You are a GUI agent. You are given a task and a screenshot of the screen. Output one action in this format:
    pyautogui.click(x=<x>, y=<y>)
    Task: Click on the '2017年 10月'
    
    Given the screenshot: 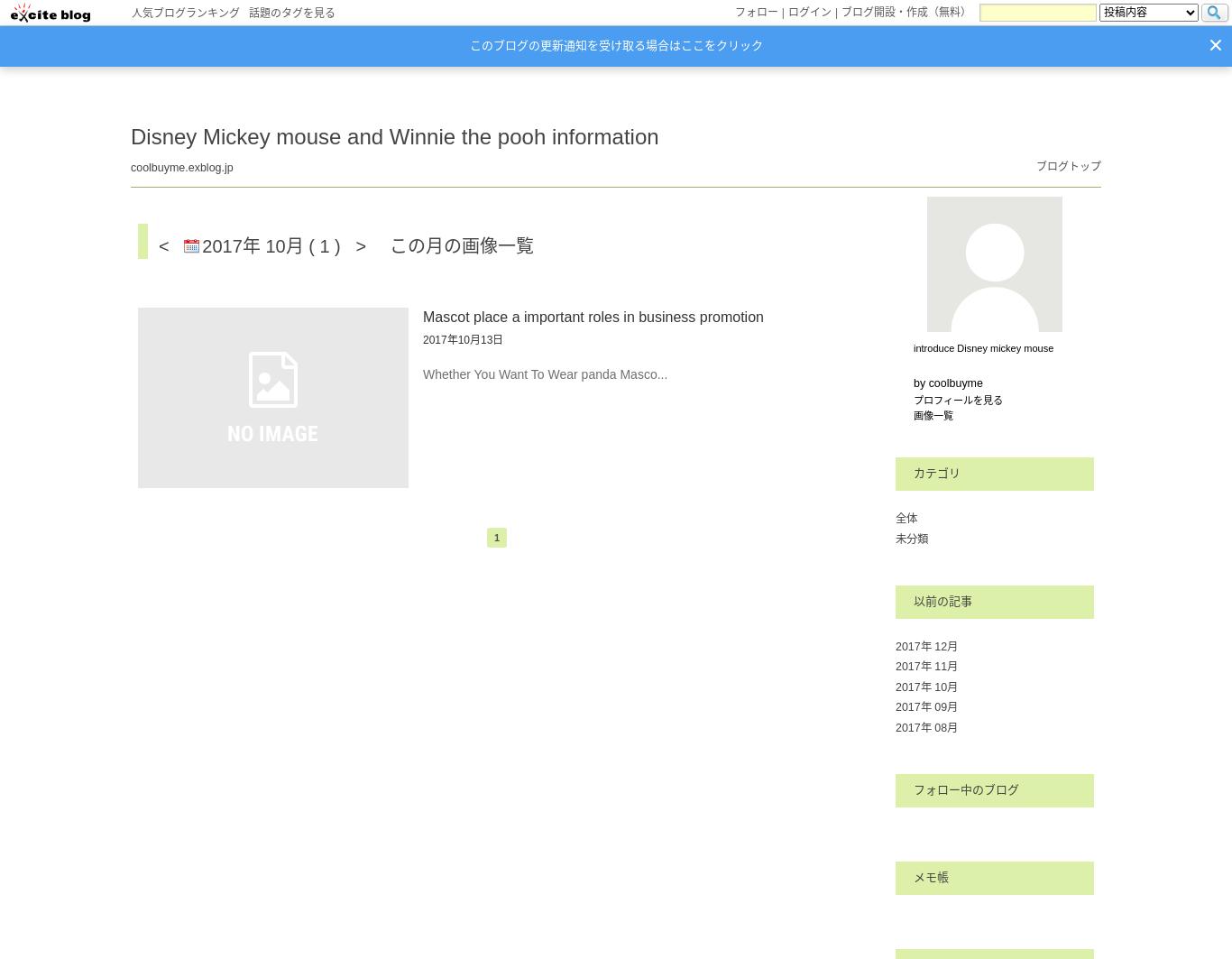 What is the action you would take?
    pyautogui.click(x=895, y=686)
    